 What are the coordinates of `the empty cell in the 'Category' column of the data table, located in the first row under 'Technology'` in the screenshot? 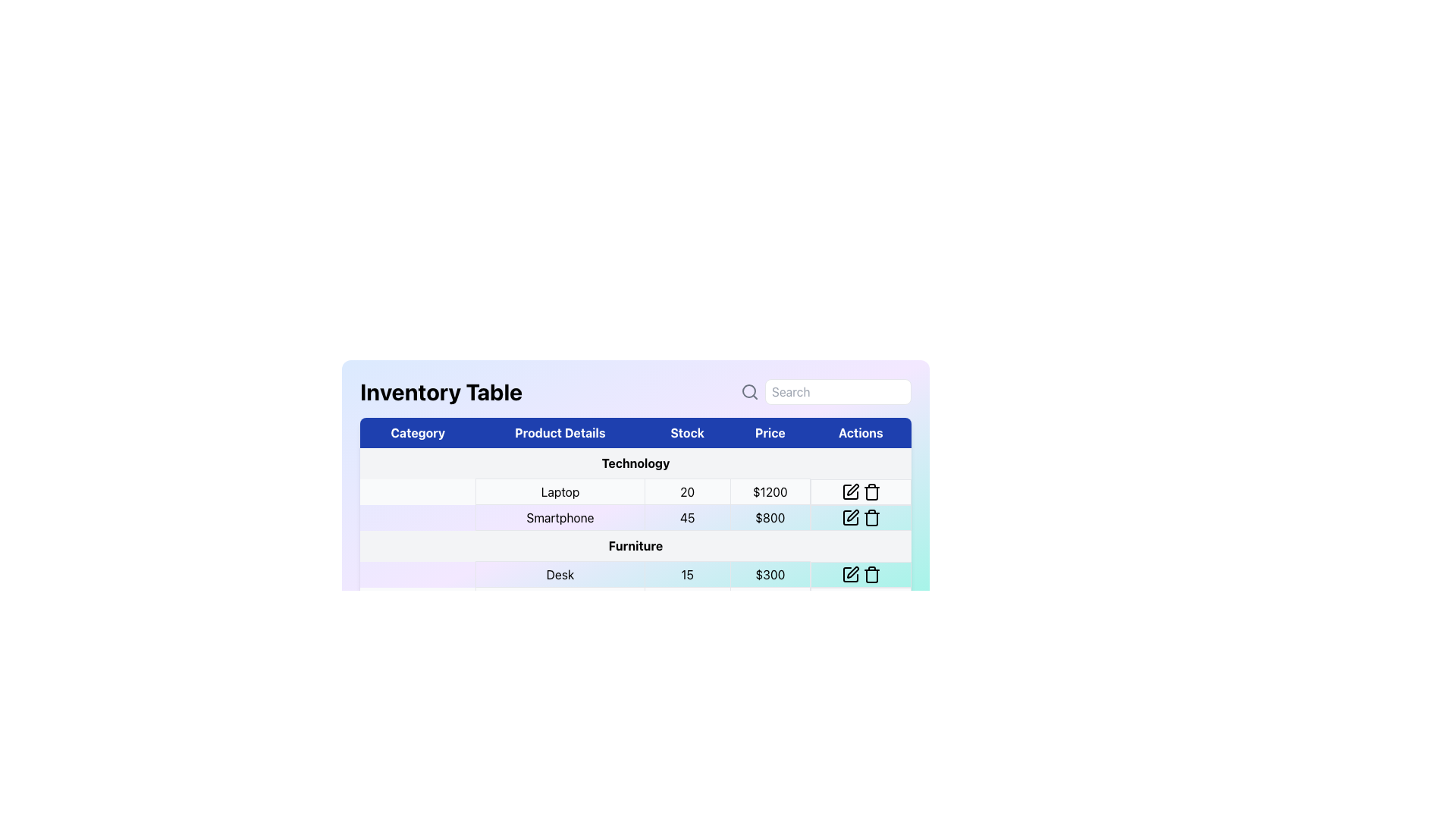 It's located at (418, 491).